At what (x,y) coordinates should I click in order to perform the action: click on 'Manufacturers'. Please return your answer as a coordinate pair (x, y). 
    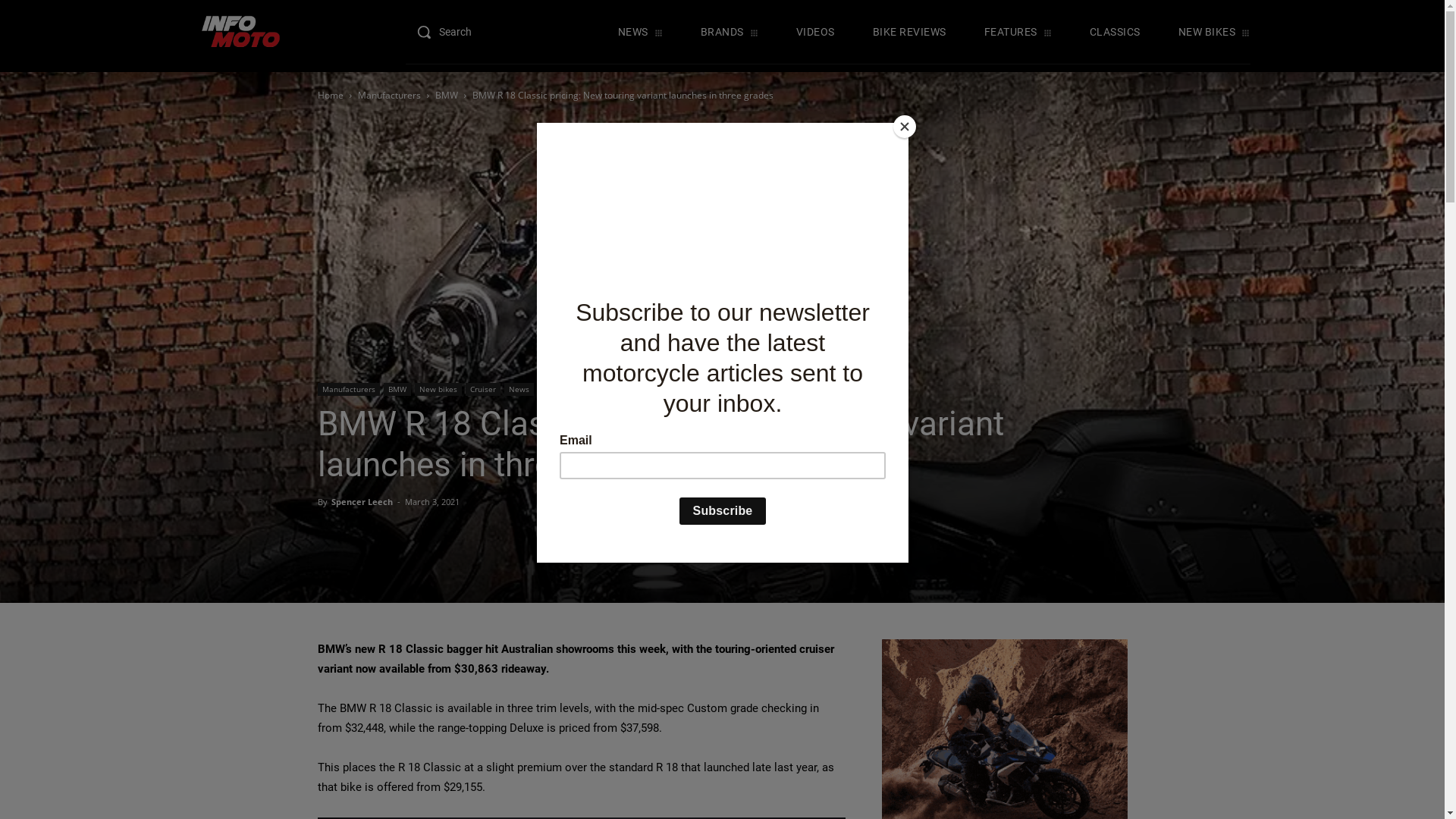
    Looking at the image, I should click on (347, 388).